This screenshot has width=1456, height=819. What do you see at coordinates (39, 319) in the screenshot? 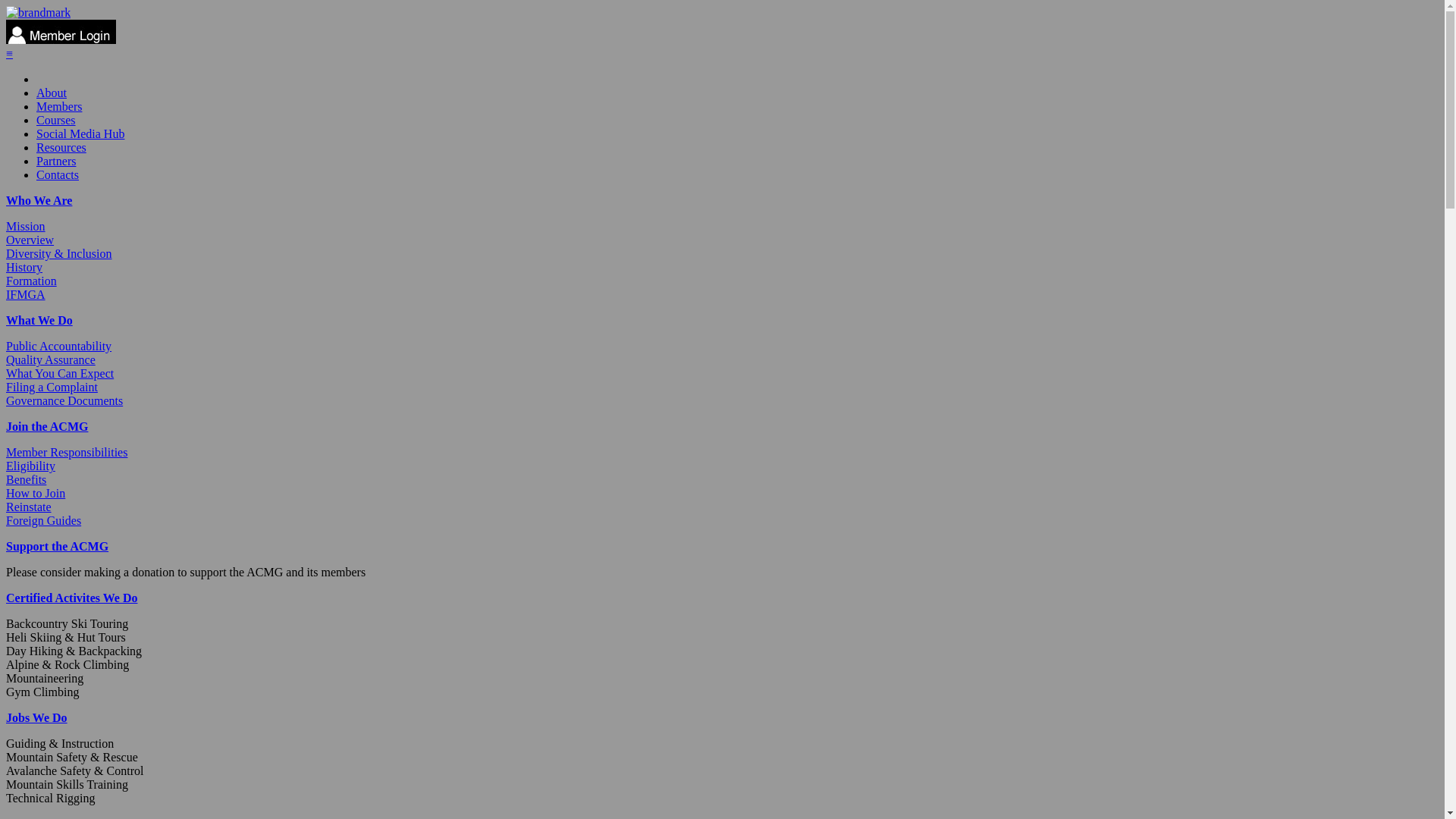
I see `'What We Do'` at bounding box center [39, 319].